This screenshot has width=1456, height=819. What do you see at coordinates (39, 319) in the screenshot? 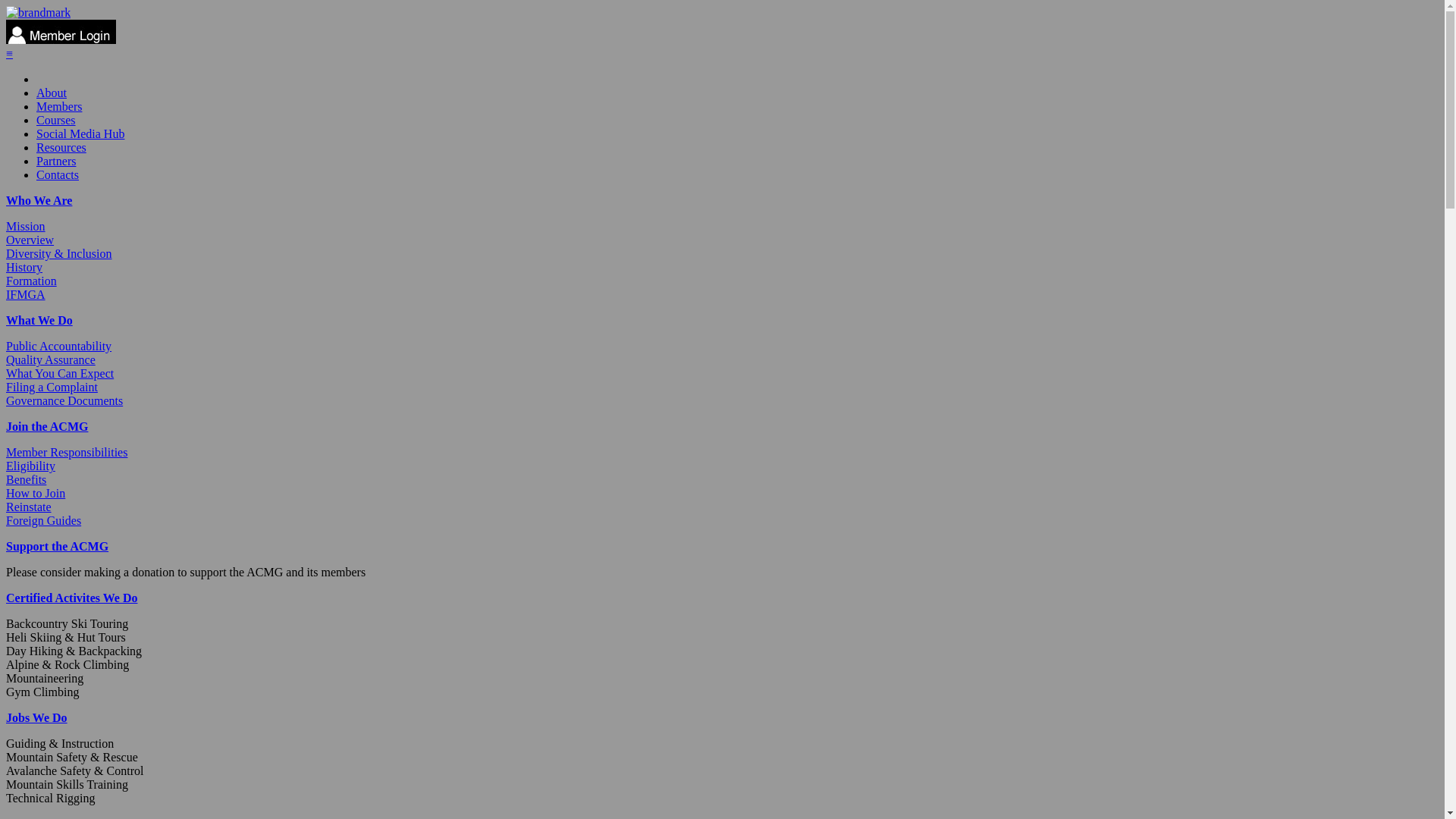
I see `'What We Do'` at bounding box center [39, 319].